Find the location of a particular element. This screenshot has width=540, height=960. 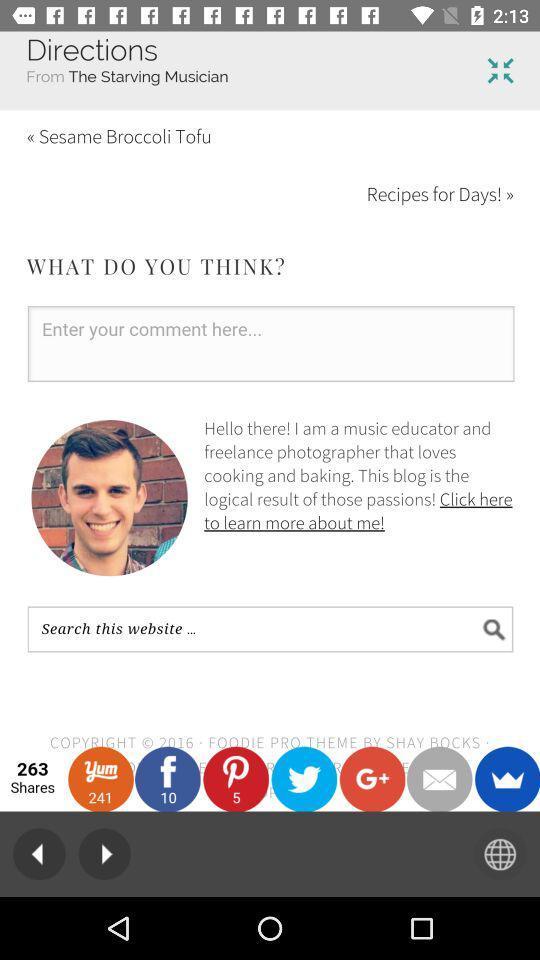

the globe icon is located at coordinates (499, 853).